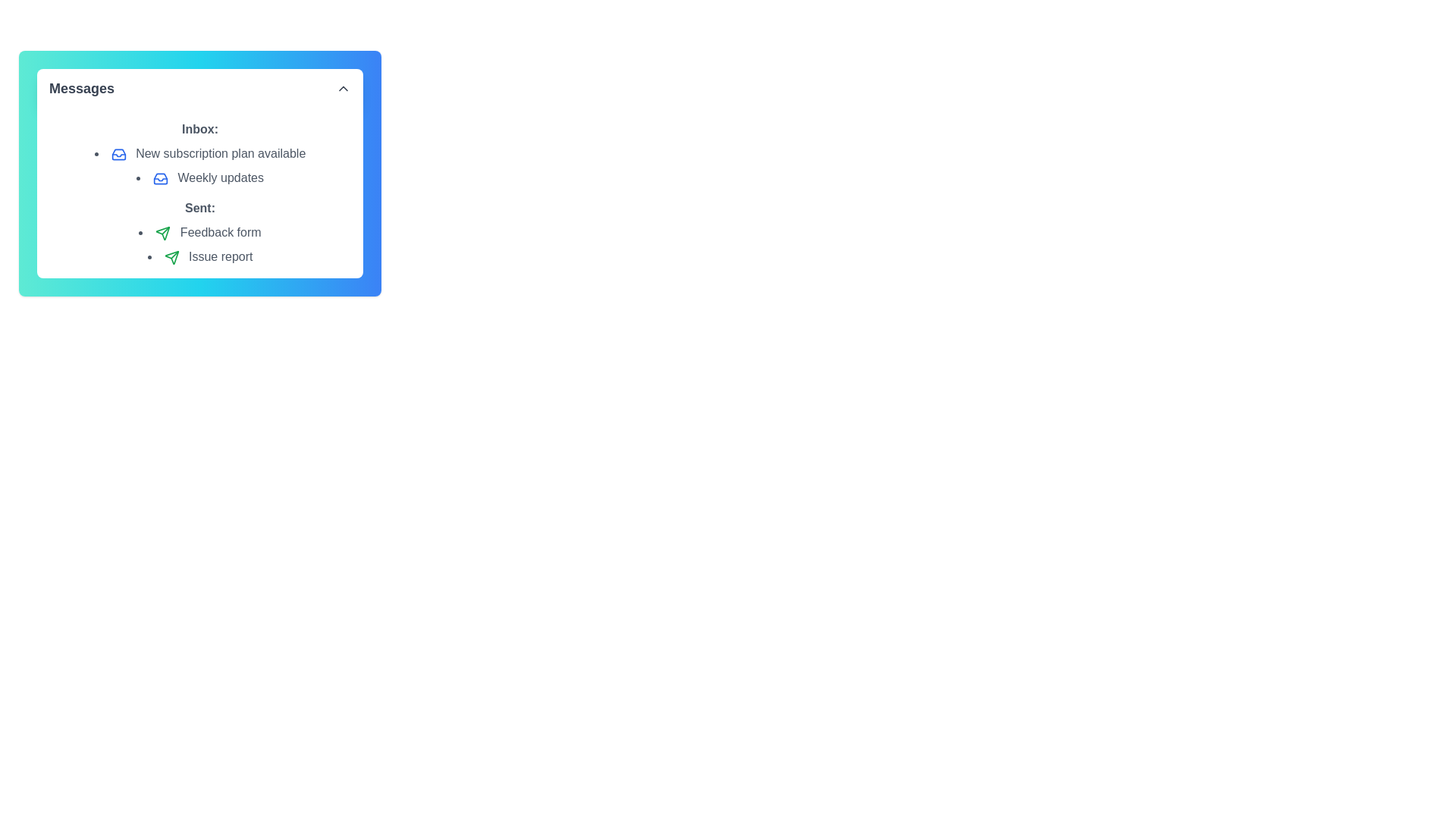 This screenshot has height=819, width=1456. Describe the element at coordinates (199, 172) in the screenshot. I see `the embedded icons within the message summary card UI component that categorizes messages into 'Inbox' and 'Sent'` at that location.